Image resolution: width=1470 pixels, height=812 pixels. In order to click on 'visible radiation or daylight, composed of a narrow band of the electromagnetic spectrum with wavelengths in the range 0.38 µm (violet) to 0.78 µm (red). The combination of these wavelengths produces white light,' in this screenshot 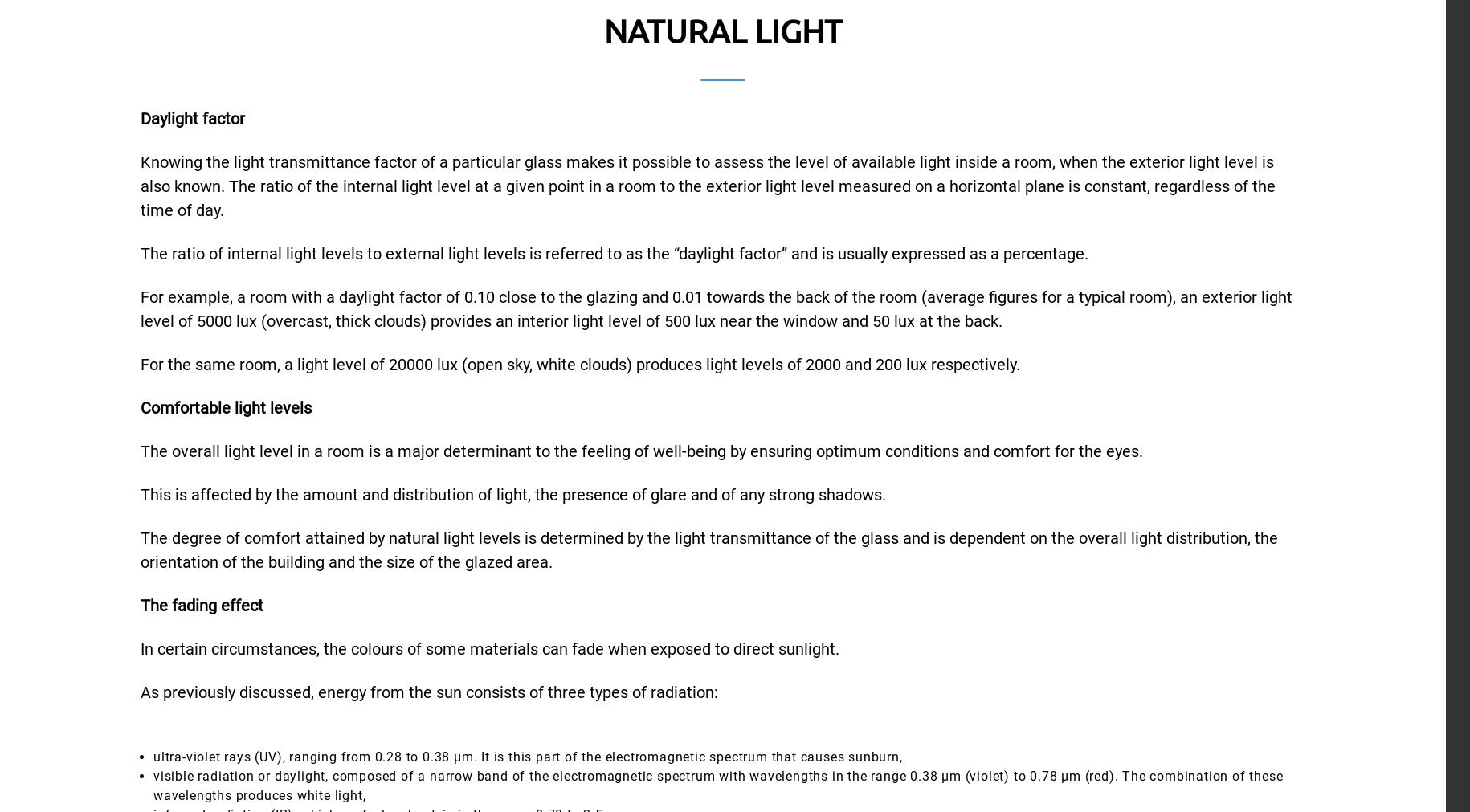, I will do `click(153, 785)`.